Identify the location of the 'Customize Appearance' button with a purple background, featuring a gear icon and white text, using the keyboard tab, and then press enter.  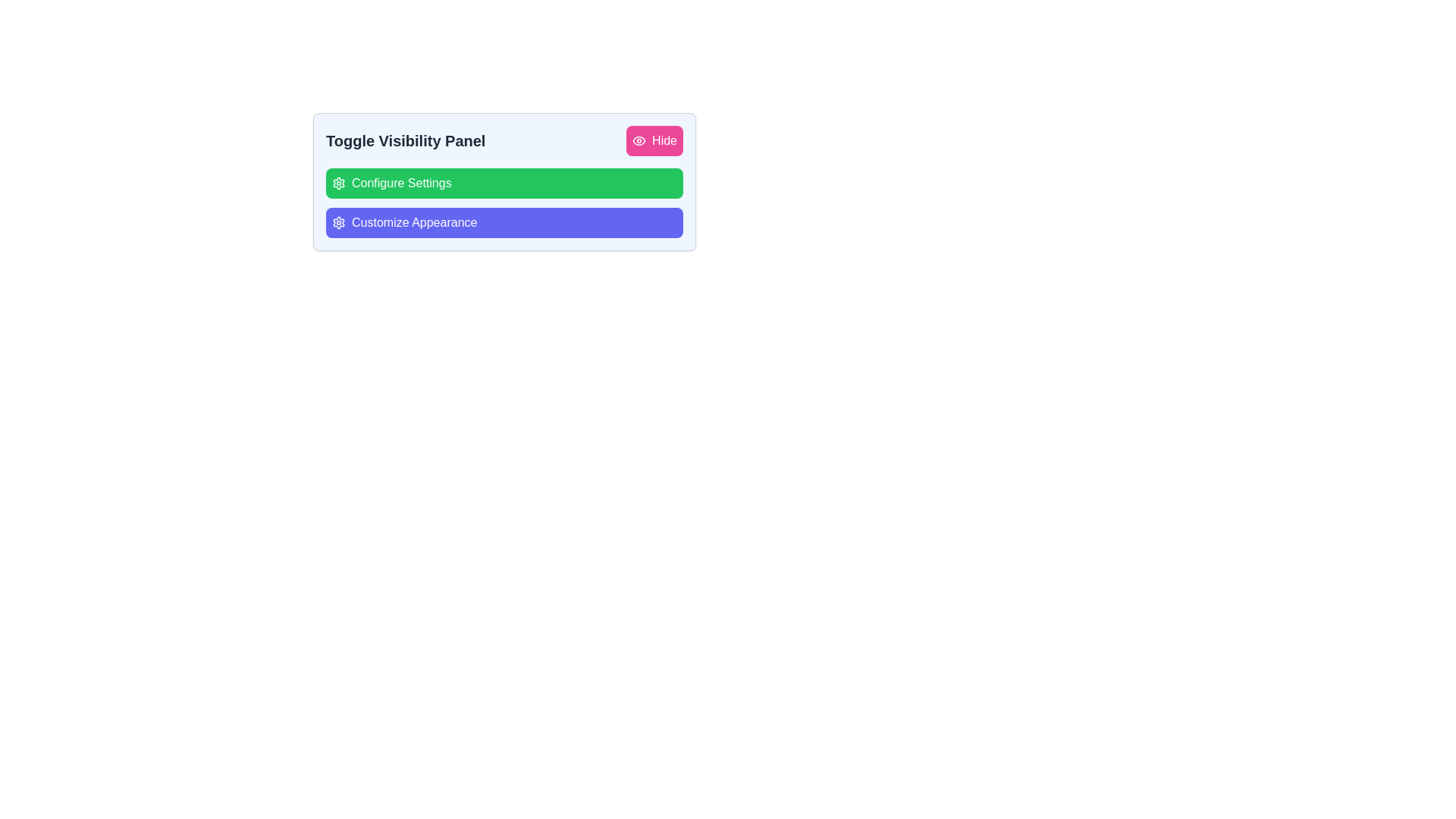
(404, 222).